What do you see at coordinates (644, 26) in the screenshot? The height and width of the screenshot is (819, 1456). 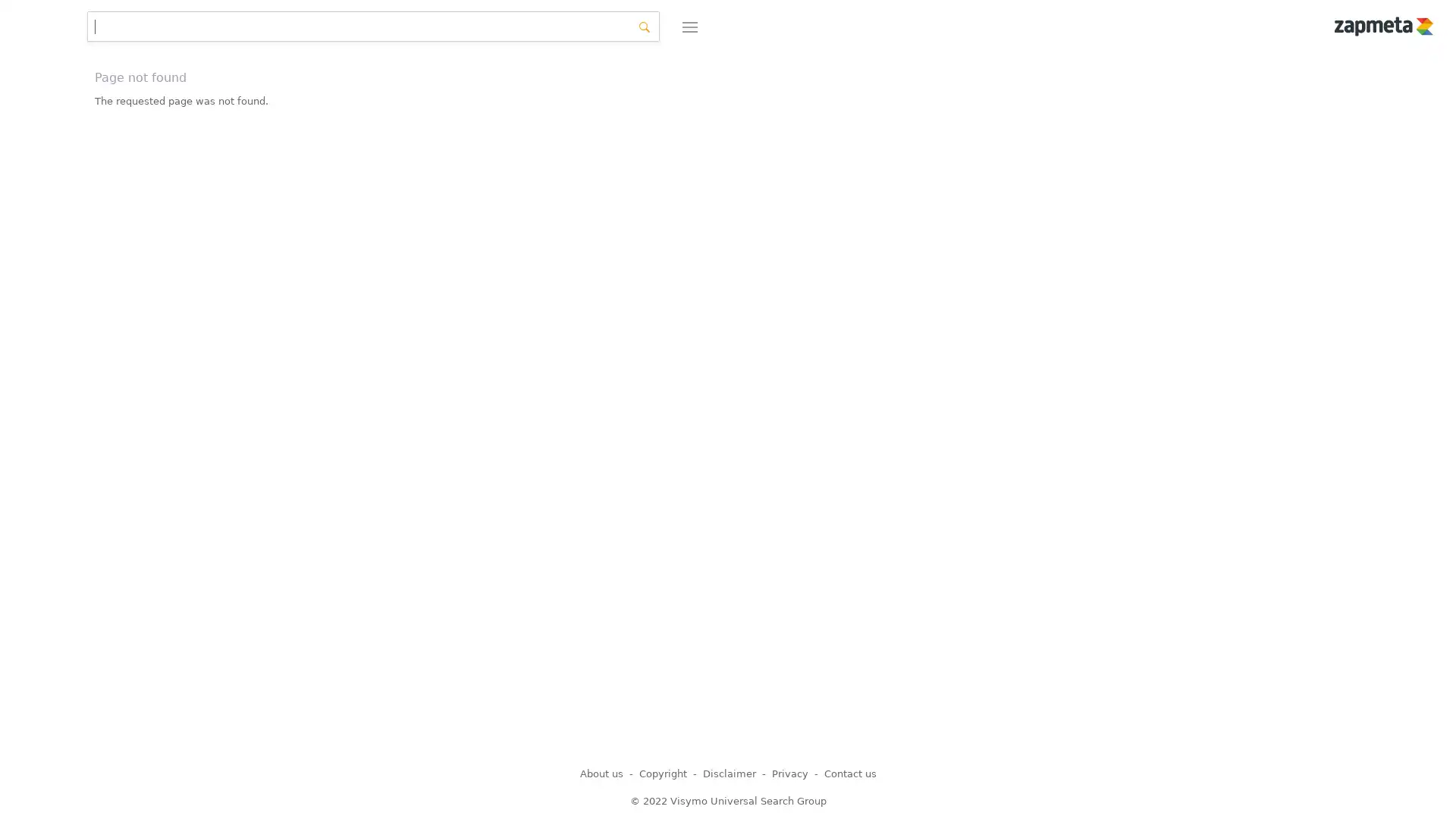 I see `search` at bounding box center [644, 26].